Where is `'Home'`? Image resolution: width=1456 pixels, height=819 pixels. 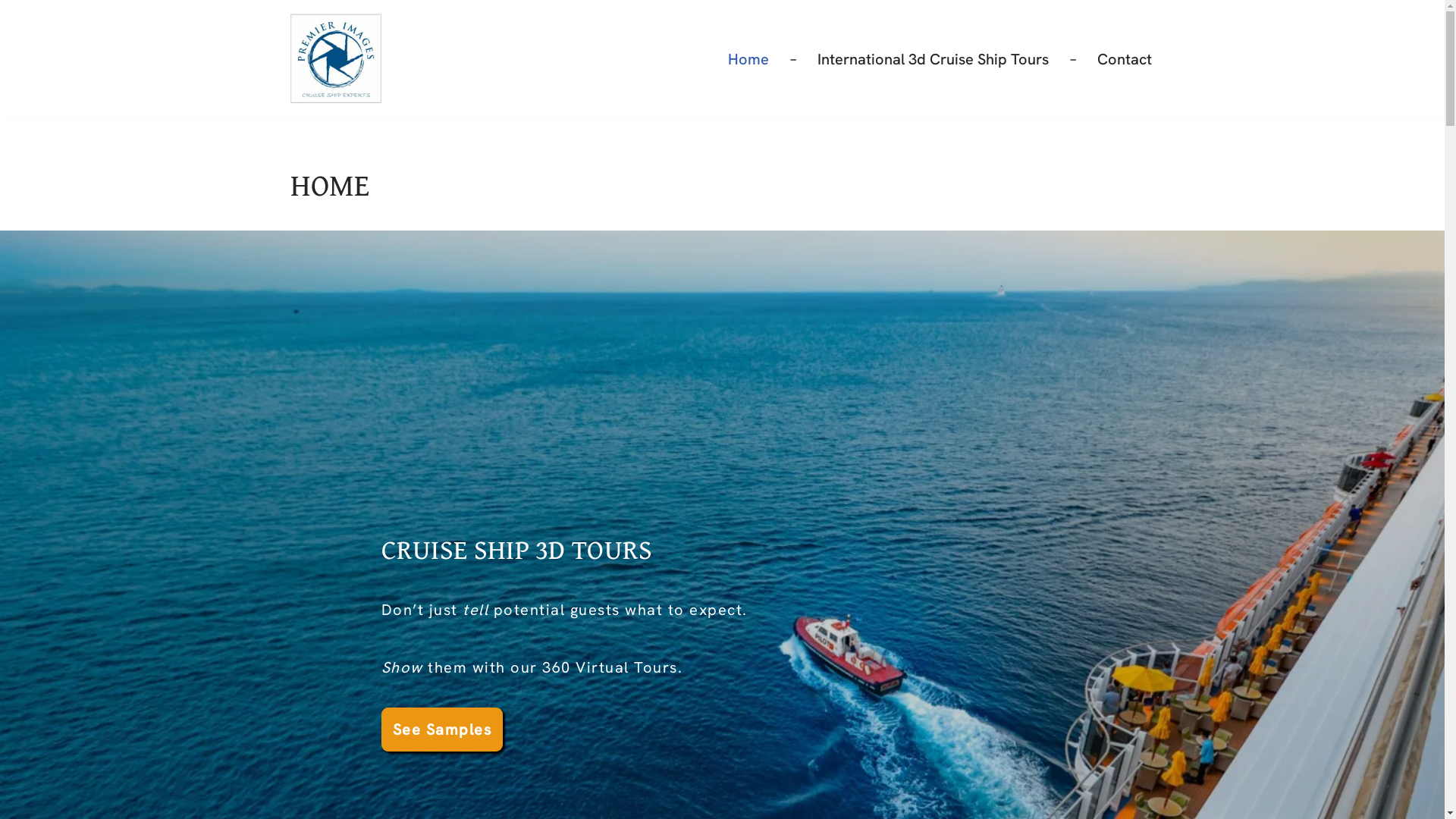
'Home' is located at coordinates (748, 58).